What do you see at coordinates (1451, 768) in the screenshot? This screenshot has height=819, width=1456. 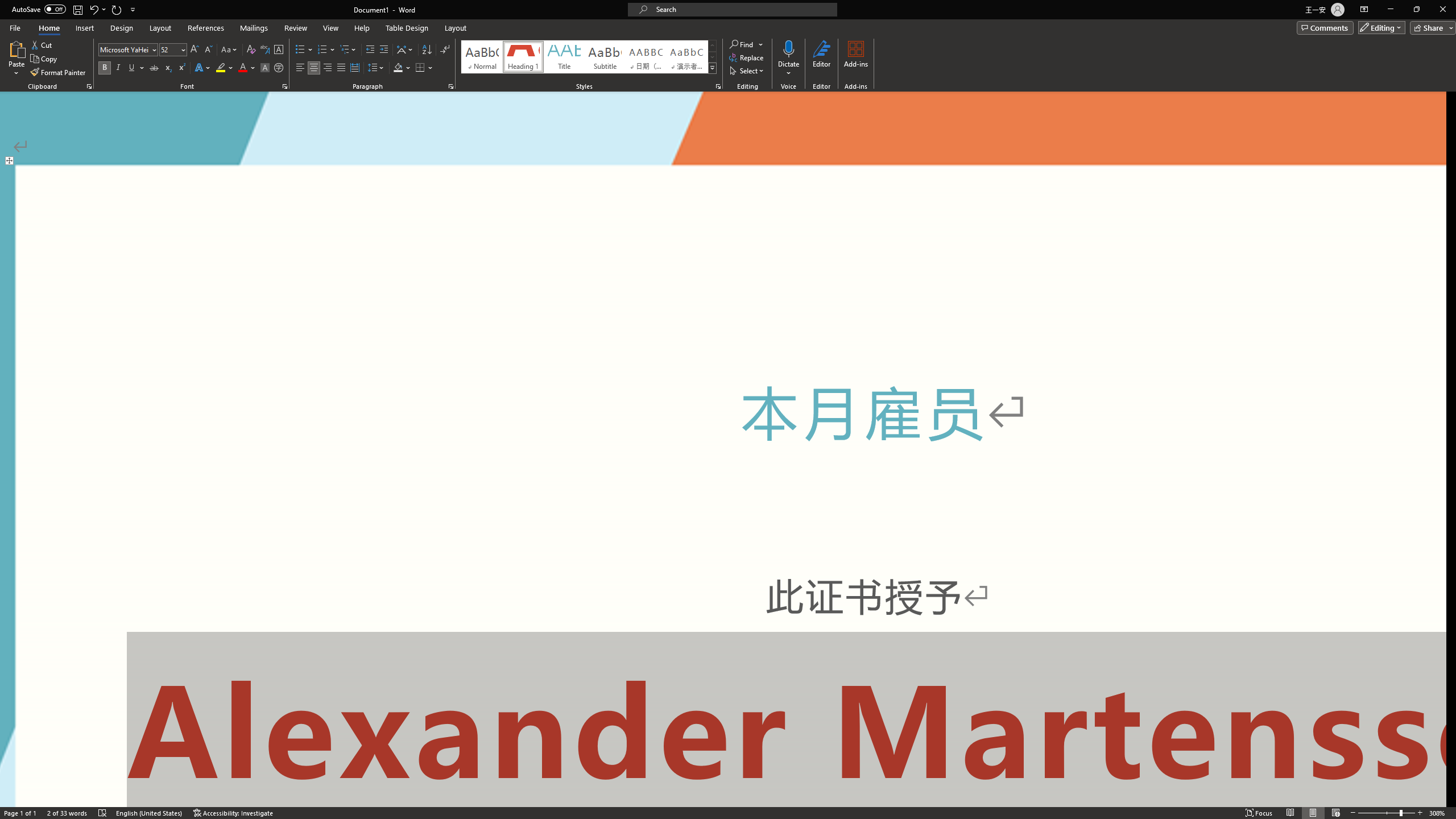 I see `'Line down'` at bounding box center [1451, 768].